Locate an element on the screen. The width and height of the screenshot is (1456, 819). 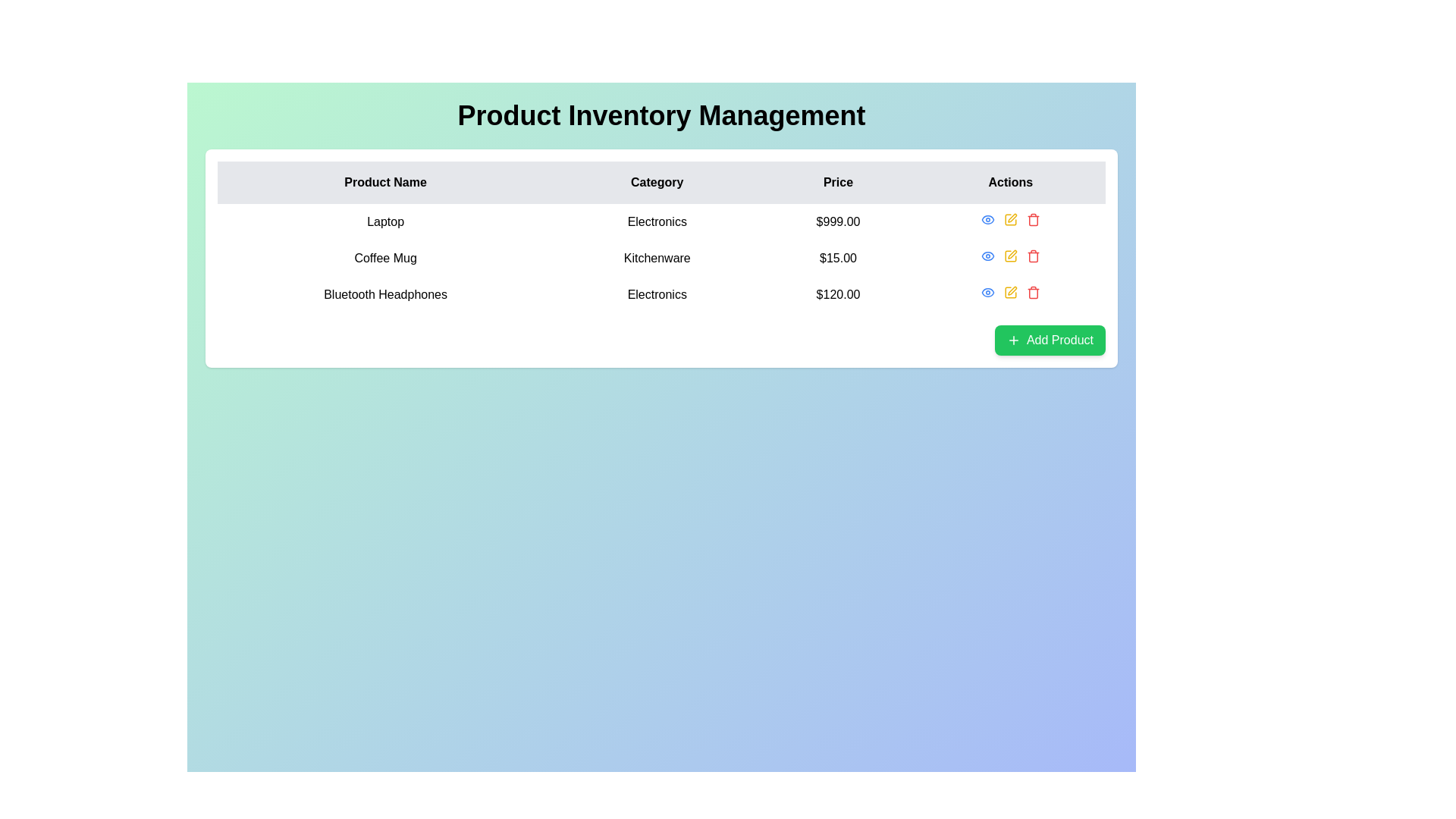
the red trash icon in the 'Actions' column of the second row in the table to initiate a delete action for the 'Coffee Mug' entry is located at coordinates (1032, 256).